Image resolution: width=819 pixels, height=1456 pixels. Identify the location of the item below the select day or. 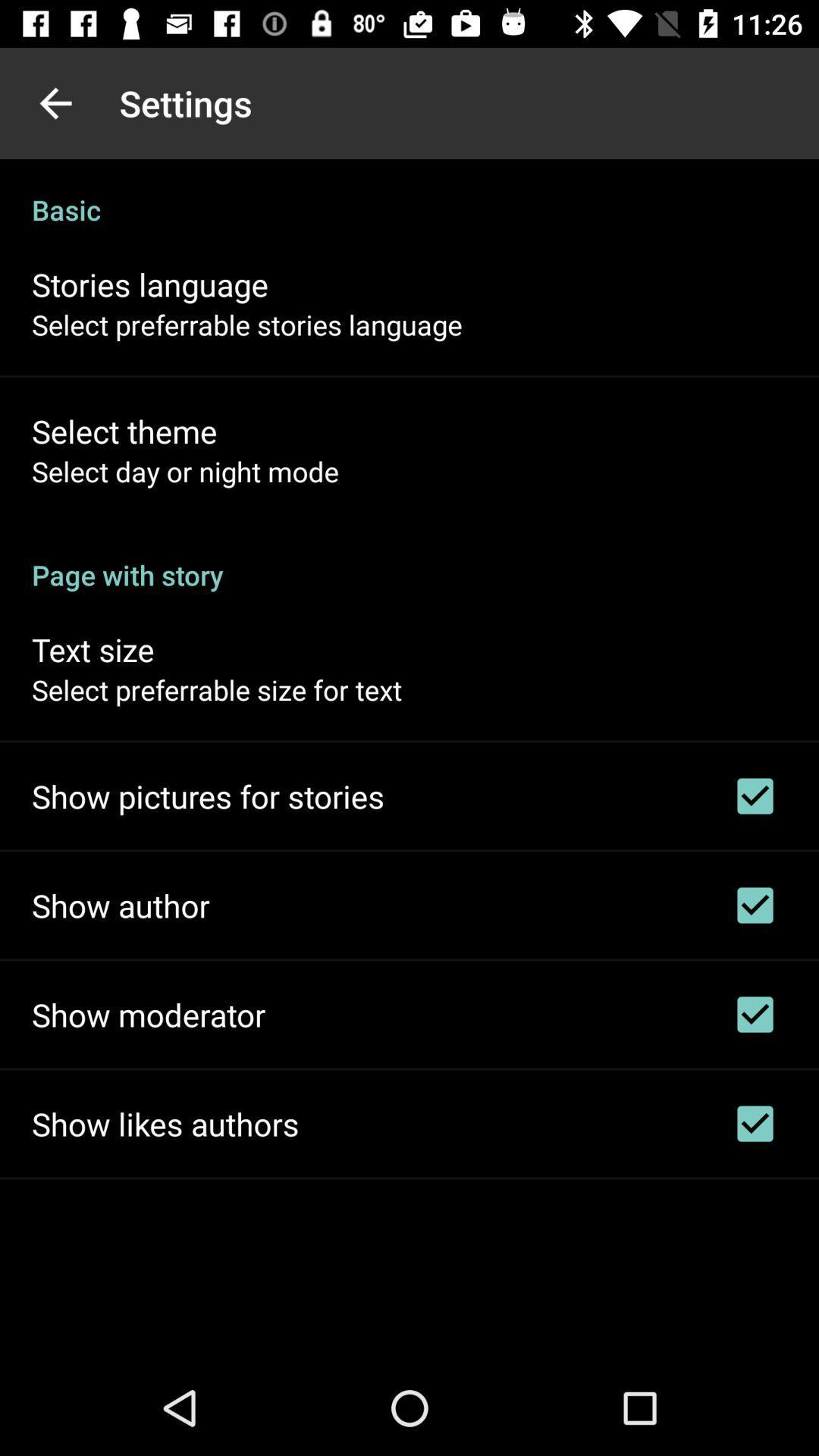
(409, 558).